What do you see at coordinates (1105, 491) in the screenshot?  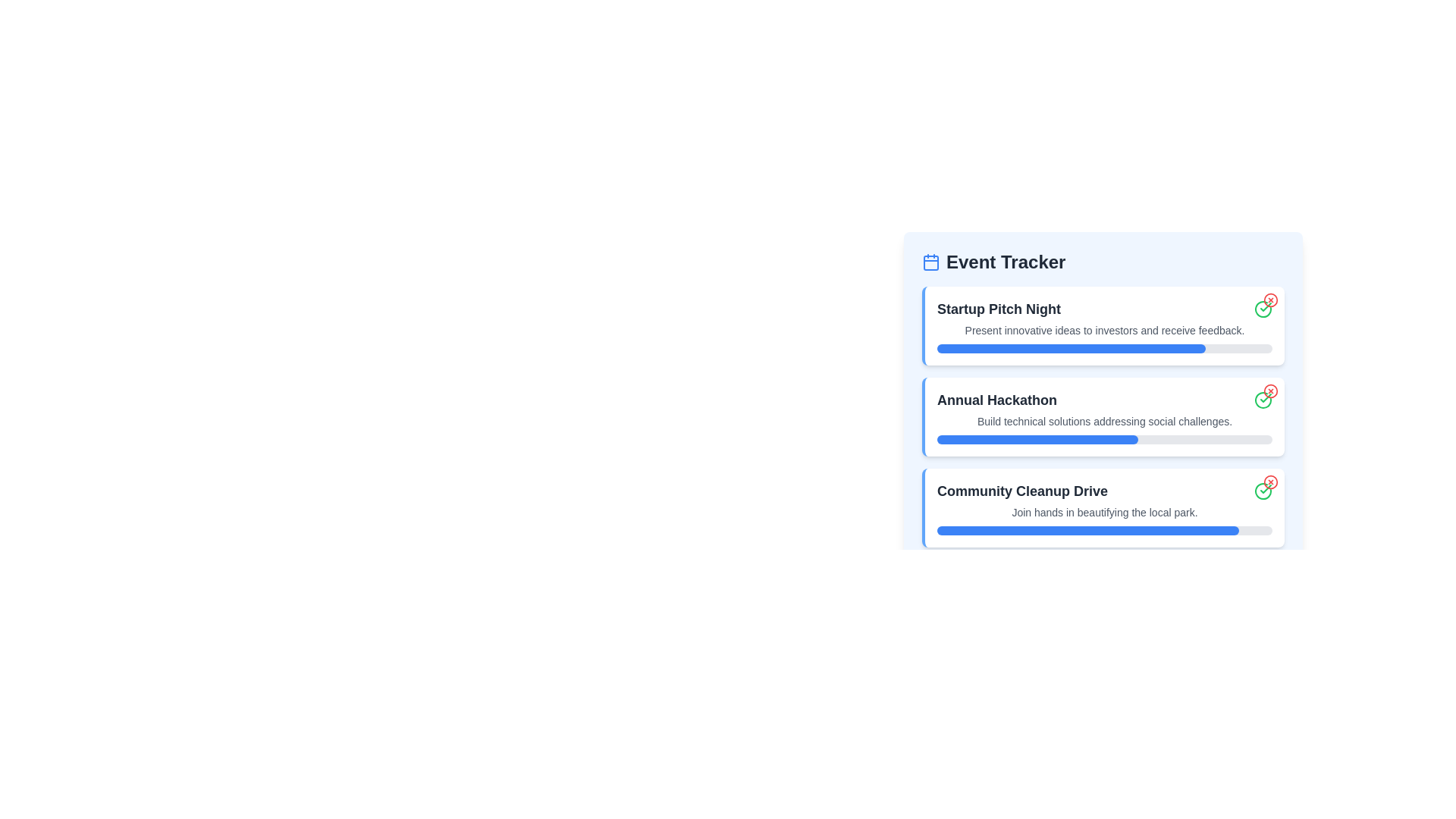 I see `the text label indicating the title 'Community Cleanup Drive' at the top of the section` at bounding box center [1105, 491].